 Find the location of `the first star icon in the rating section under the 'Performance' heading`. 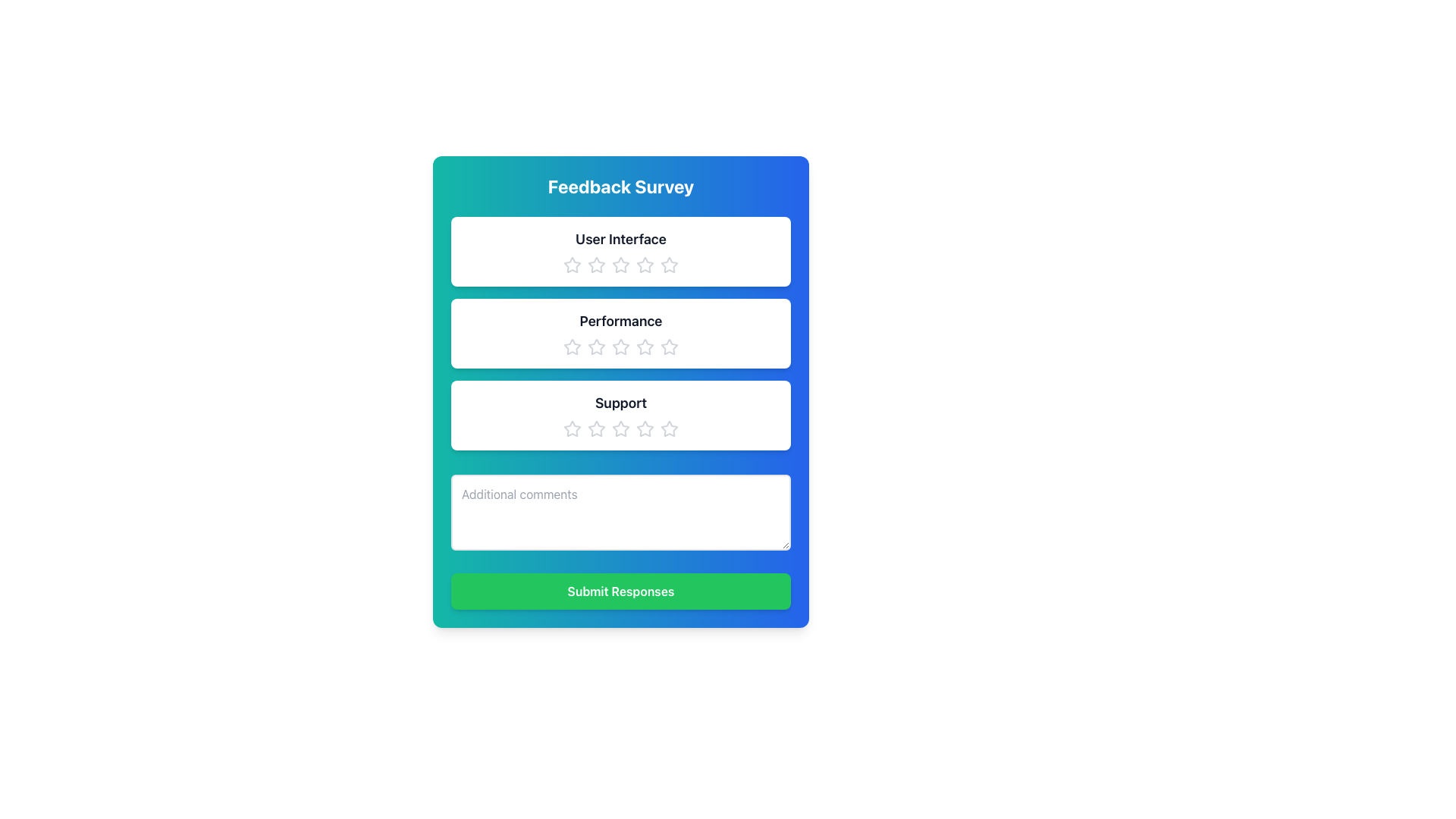

the first star icon in the rating section under the 'Performance' heading is located at coordinates (571, 347).